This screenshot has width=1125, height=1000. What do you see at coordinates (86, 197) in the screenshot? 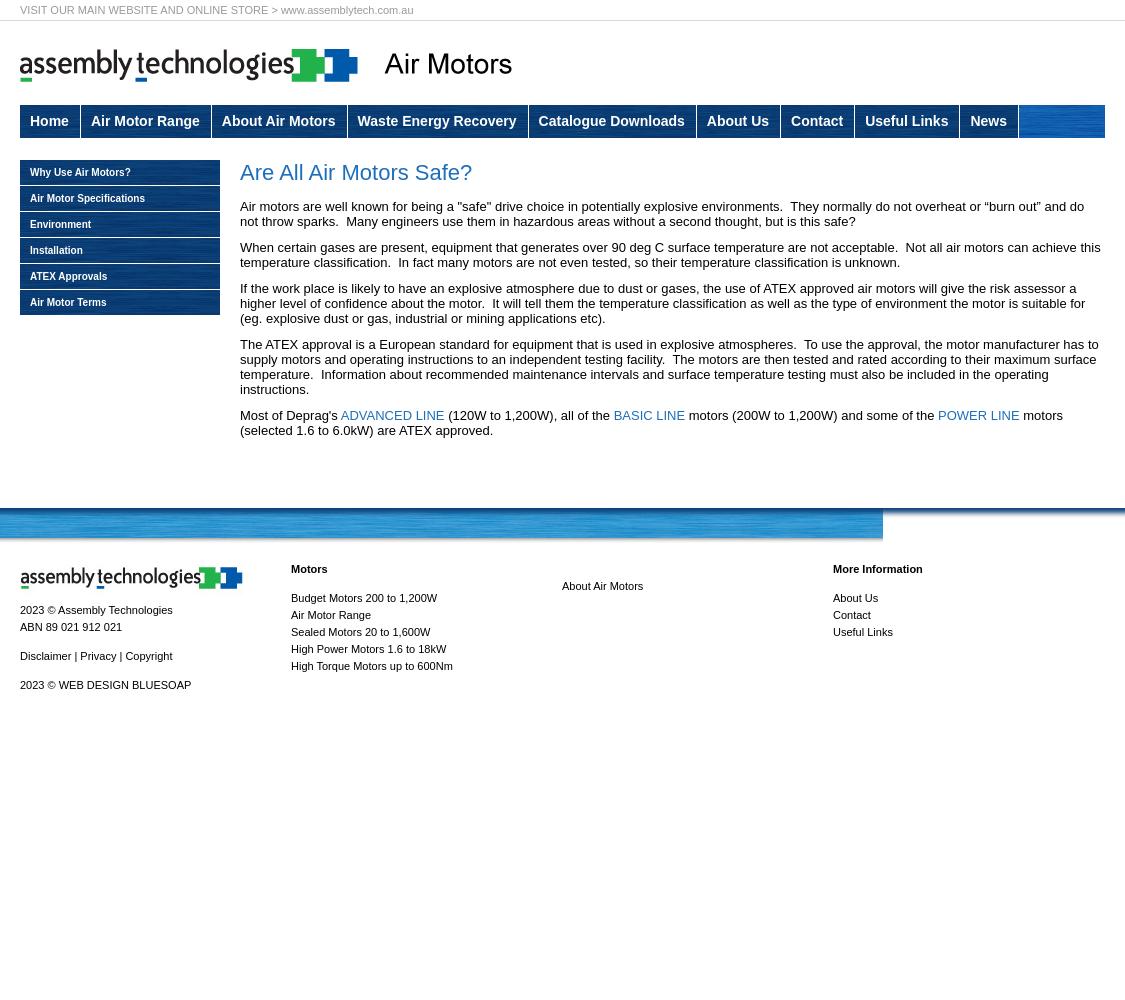
I see `'Air Motor Specifications'` at bounding box center [86, 197].